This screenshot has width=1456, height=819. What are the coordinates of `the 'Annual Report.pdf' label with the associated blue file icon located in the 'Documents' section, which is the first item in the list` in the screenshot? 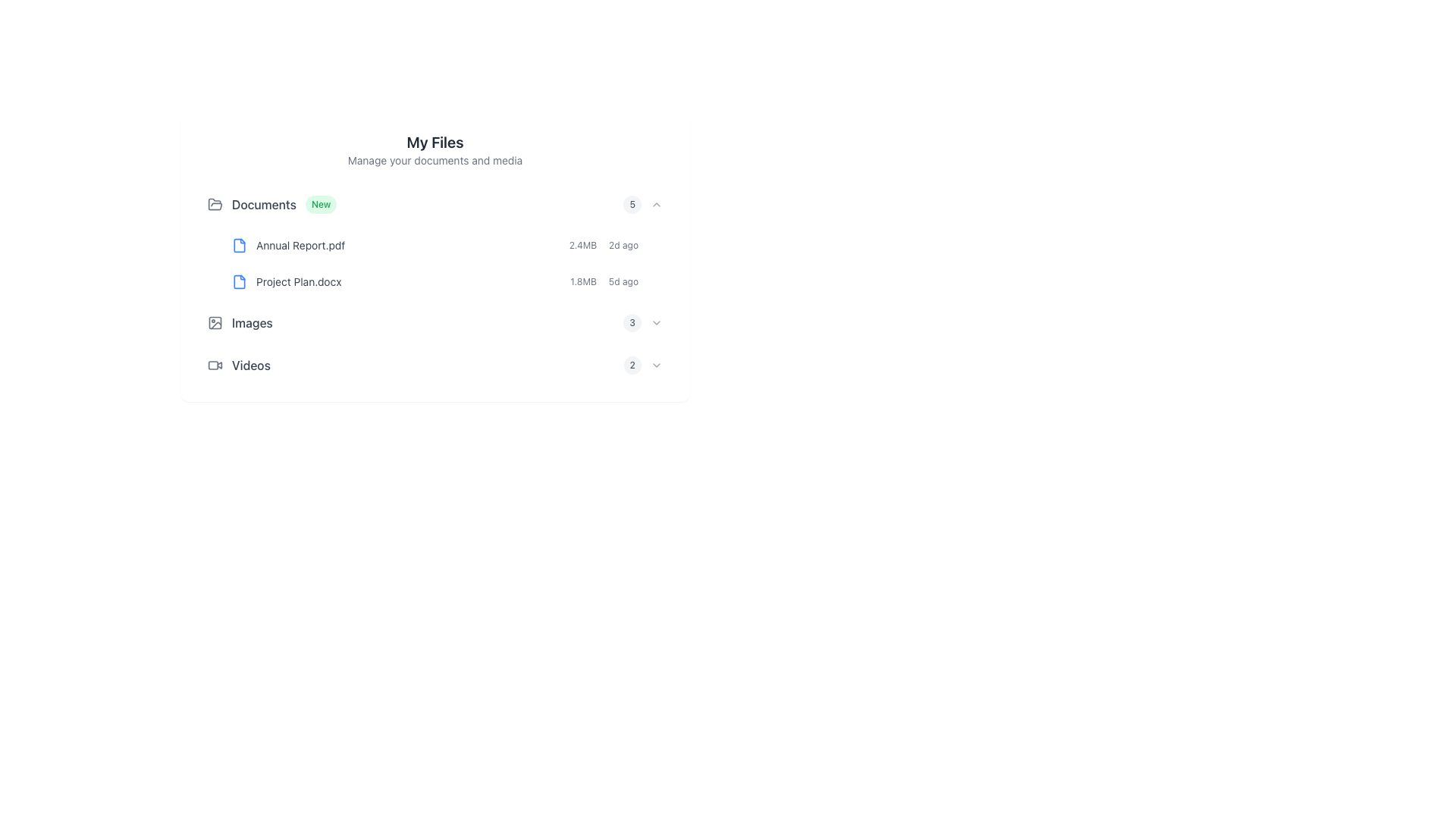 It's located at (288, 245).